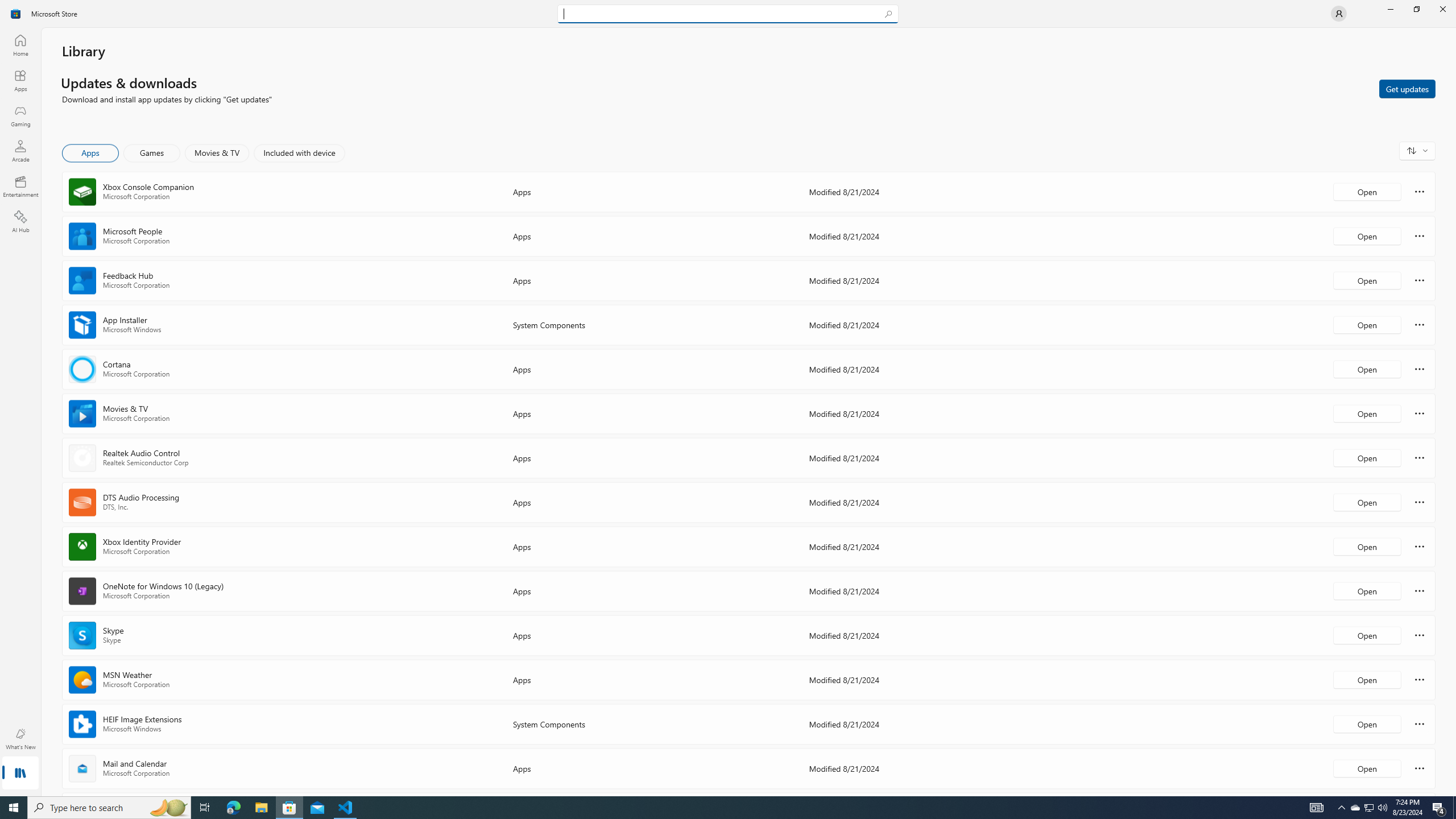  I want to click on 'AI Hub', so click(19, 221).